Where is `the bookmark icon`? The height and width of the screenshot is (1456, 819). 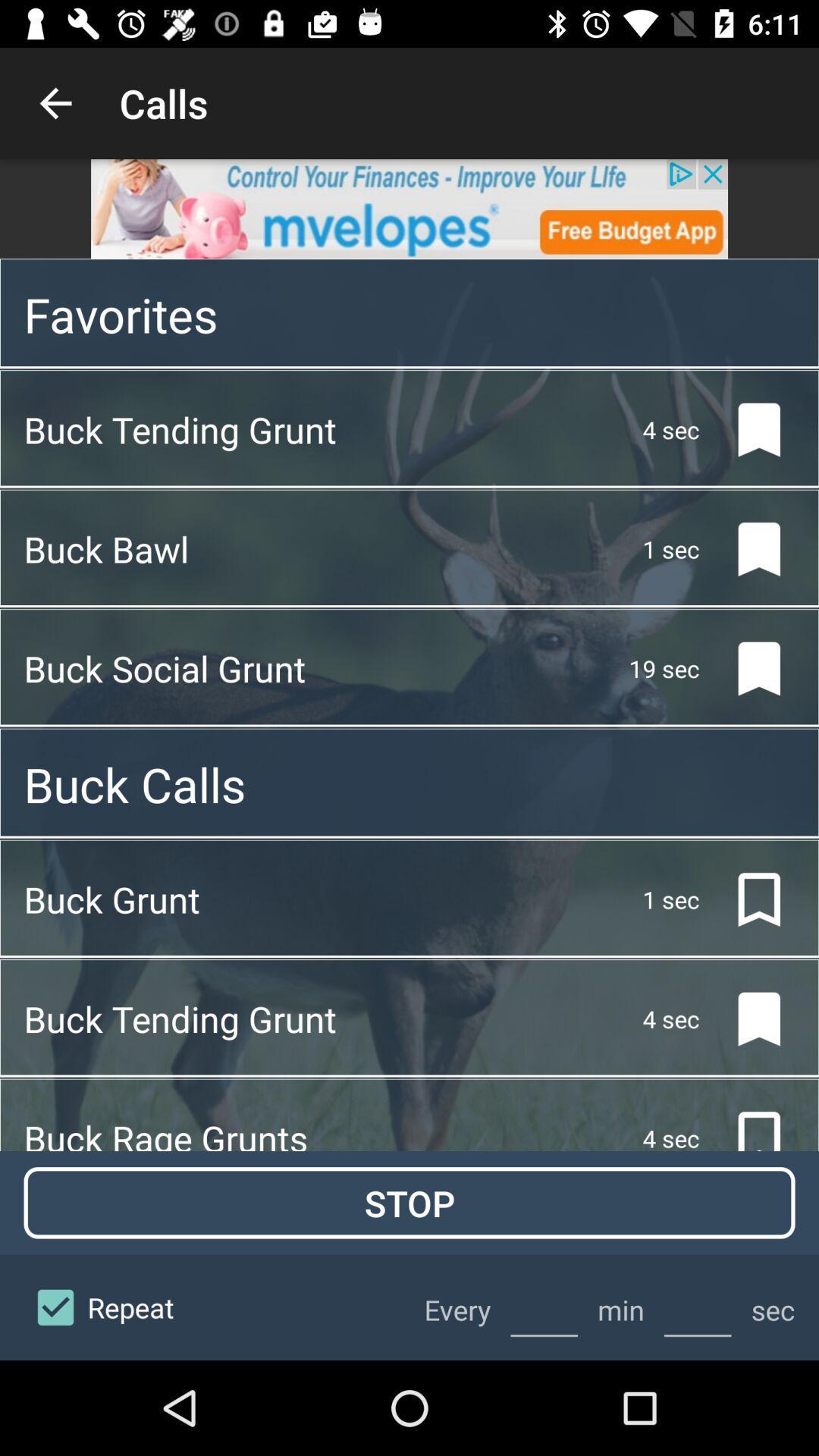
the bookmark icon is located at coordinates (746, 548).